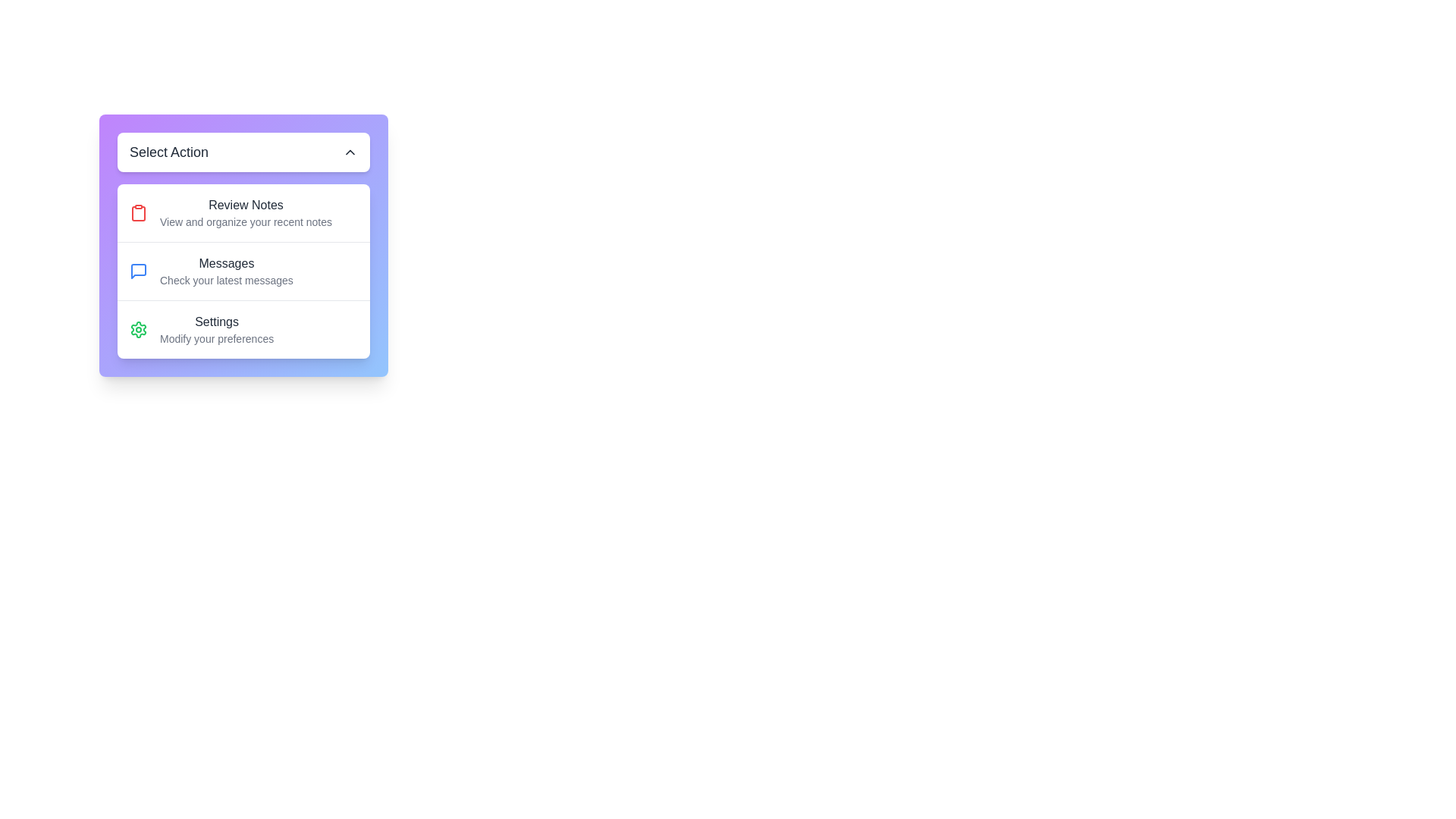 Image resolution: width=1456 pixels, height=819 pixels. What do you see at coordinates (243, 270) in the screenshot?
I see `the 'Messages' menu item in the vertical options menu` at bounding box center [243, 270].